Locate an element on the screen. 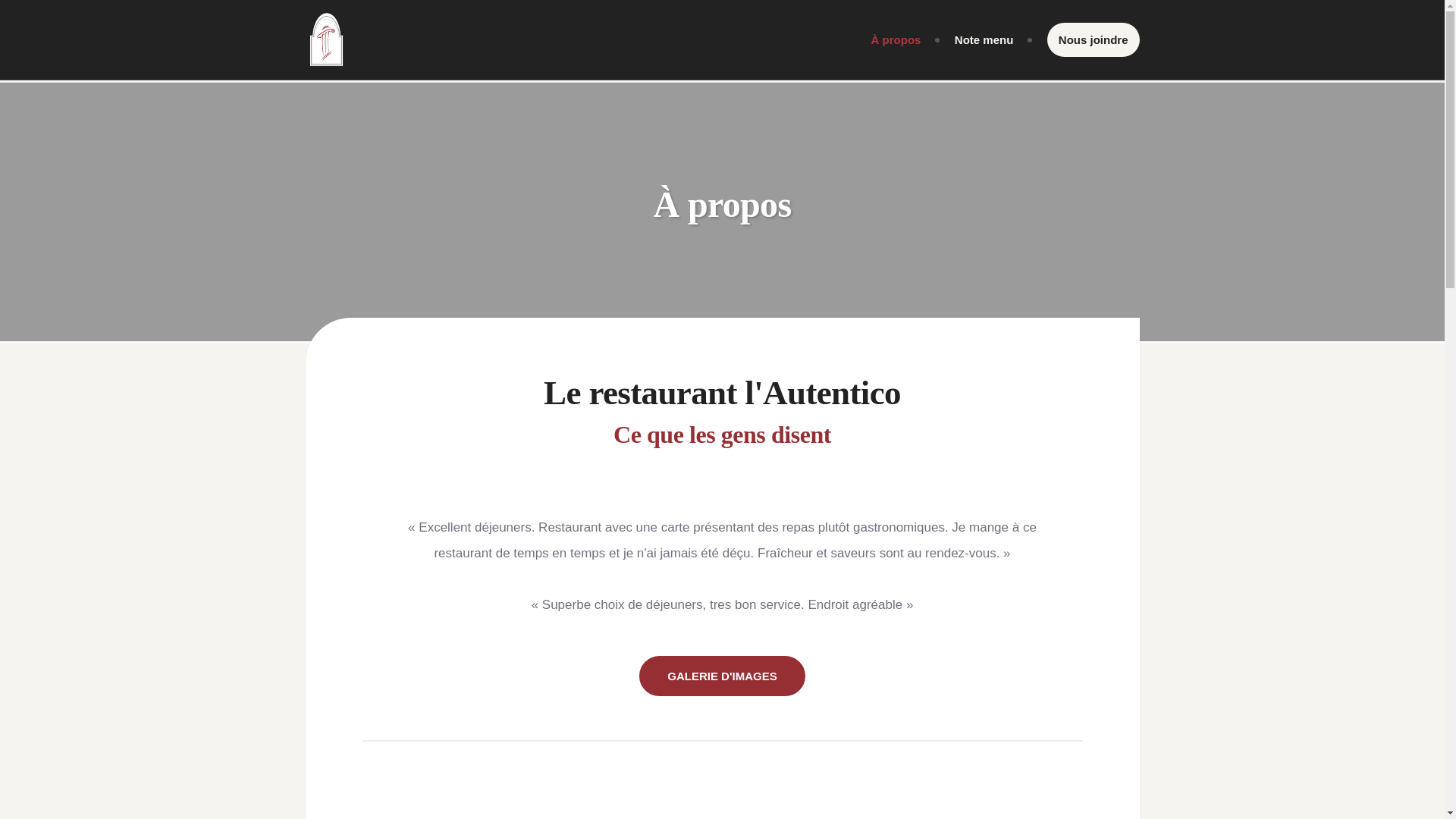  'GALERIE D'IMAGES' is located at coordinates (720, 675).